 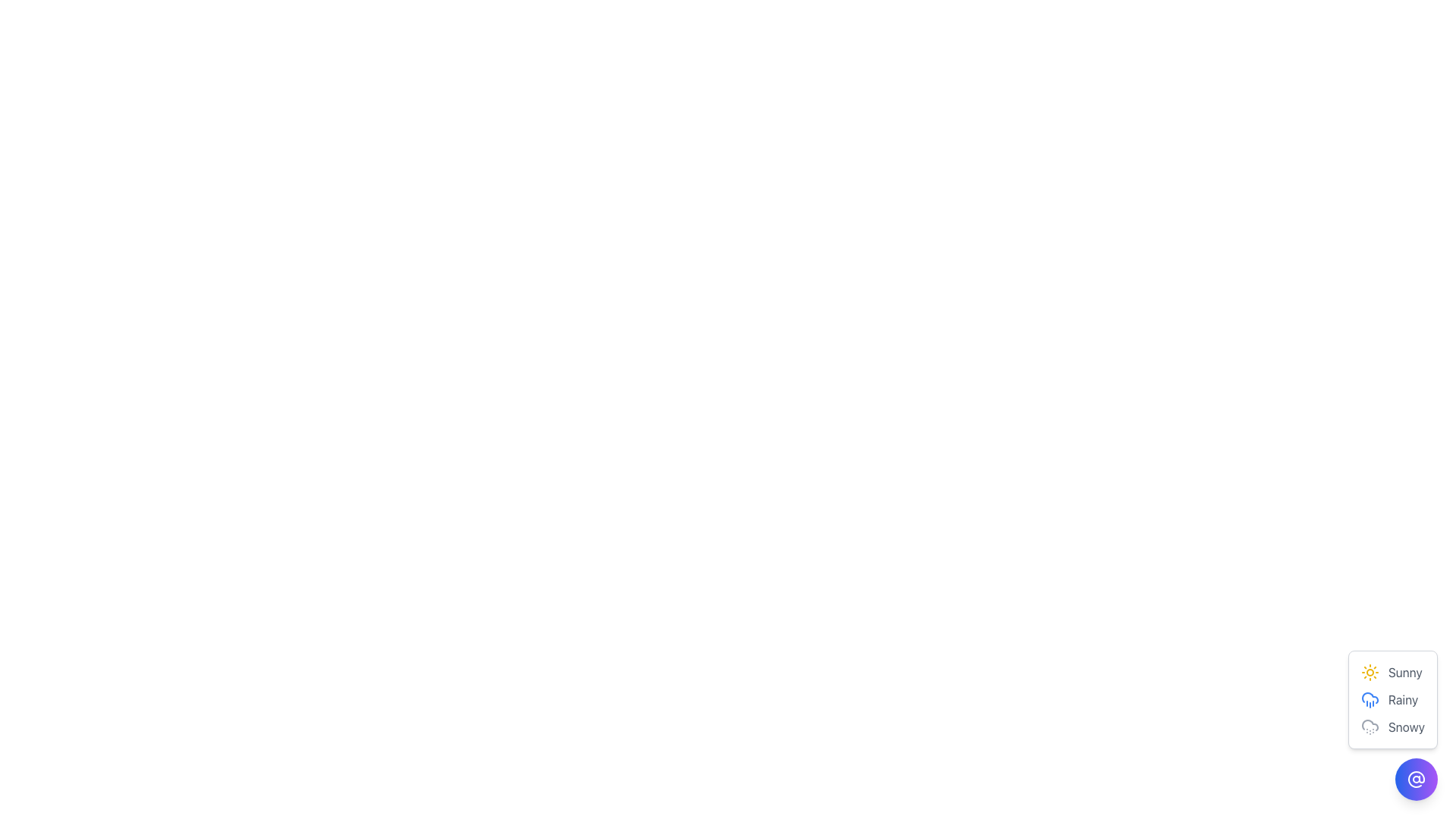 I want to click on the cloud icon with snow, which is the third item in the weather widget stack, located next to the 'Snowy' label, so click(x=1370, y=726).